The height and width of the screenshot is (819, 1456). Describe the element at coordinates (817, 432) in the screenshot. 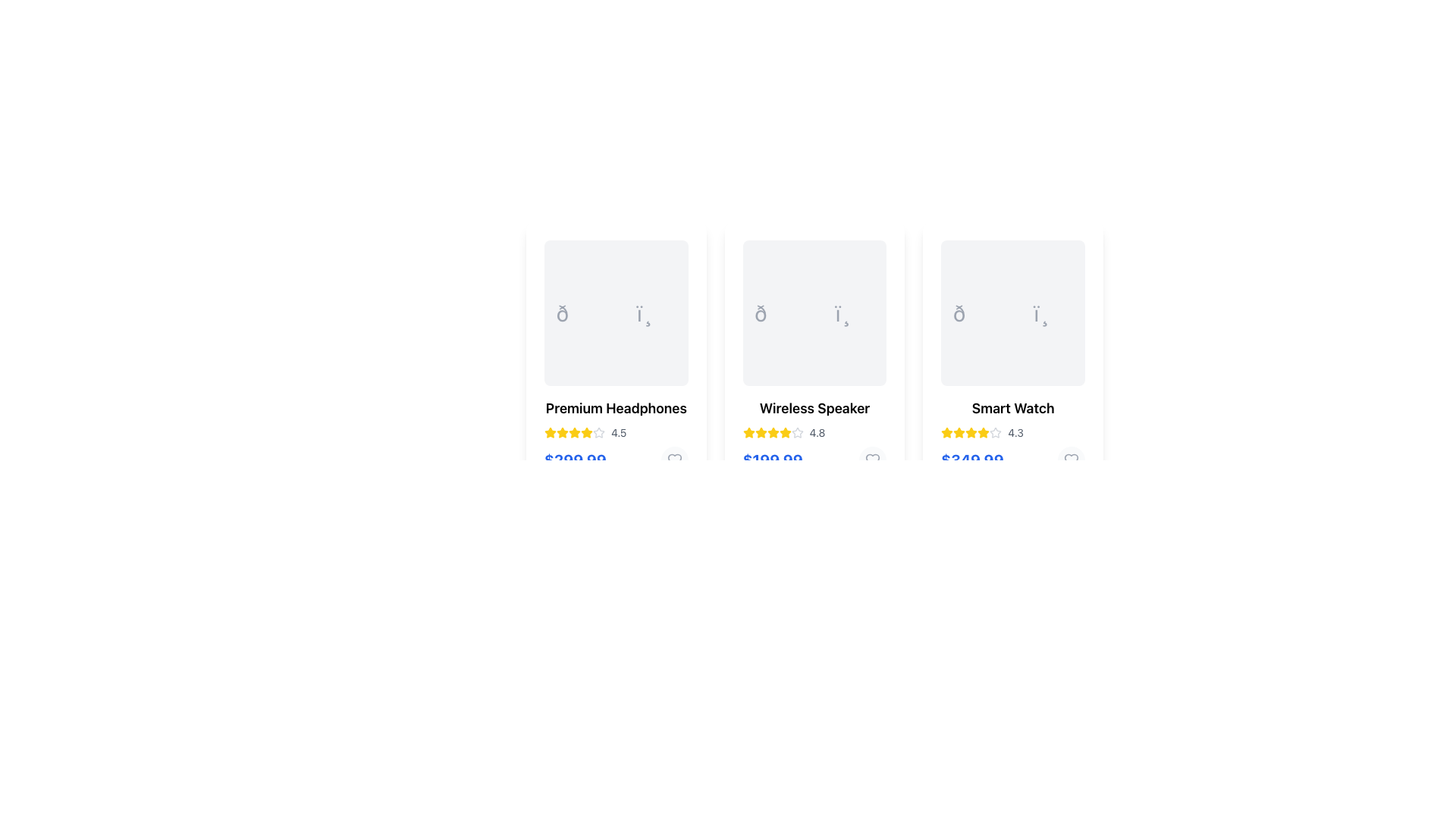

I see `the numerical rating score for the 'Wireless Speaker' located to the right of the yellow star icons` at that location.